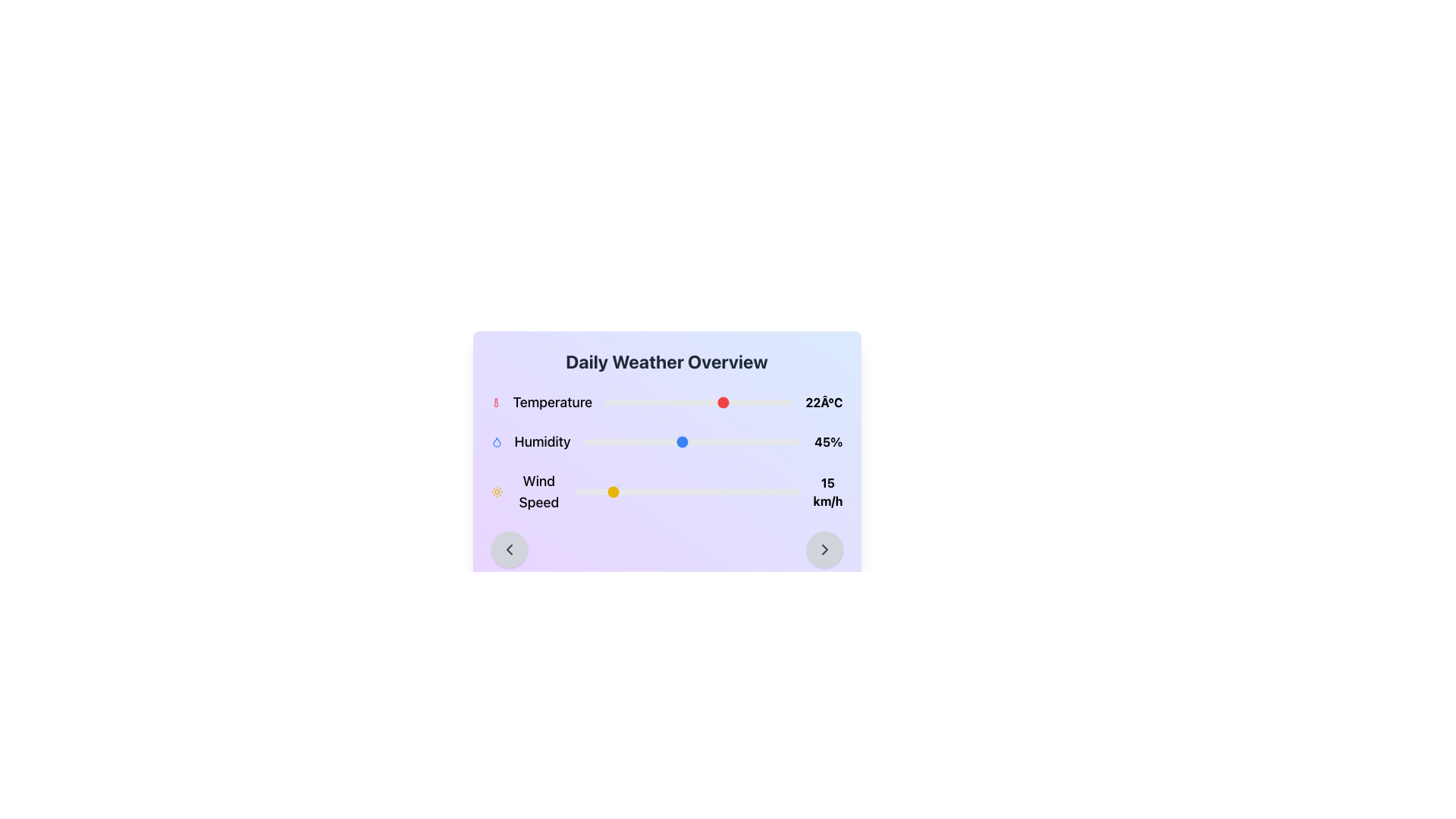 The height and width of the screenshot is (819, 1456). What do you see at coordinates (748, 402) in the screenshot?
I see `the Temperature slider` at bounding box center [748, 402].